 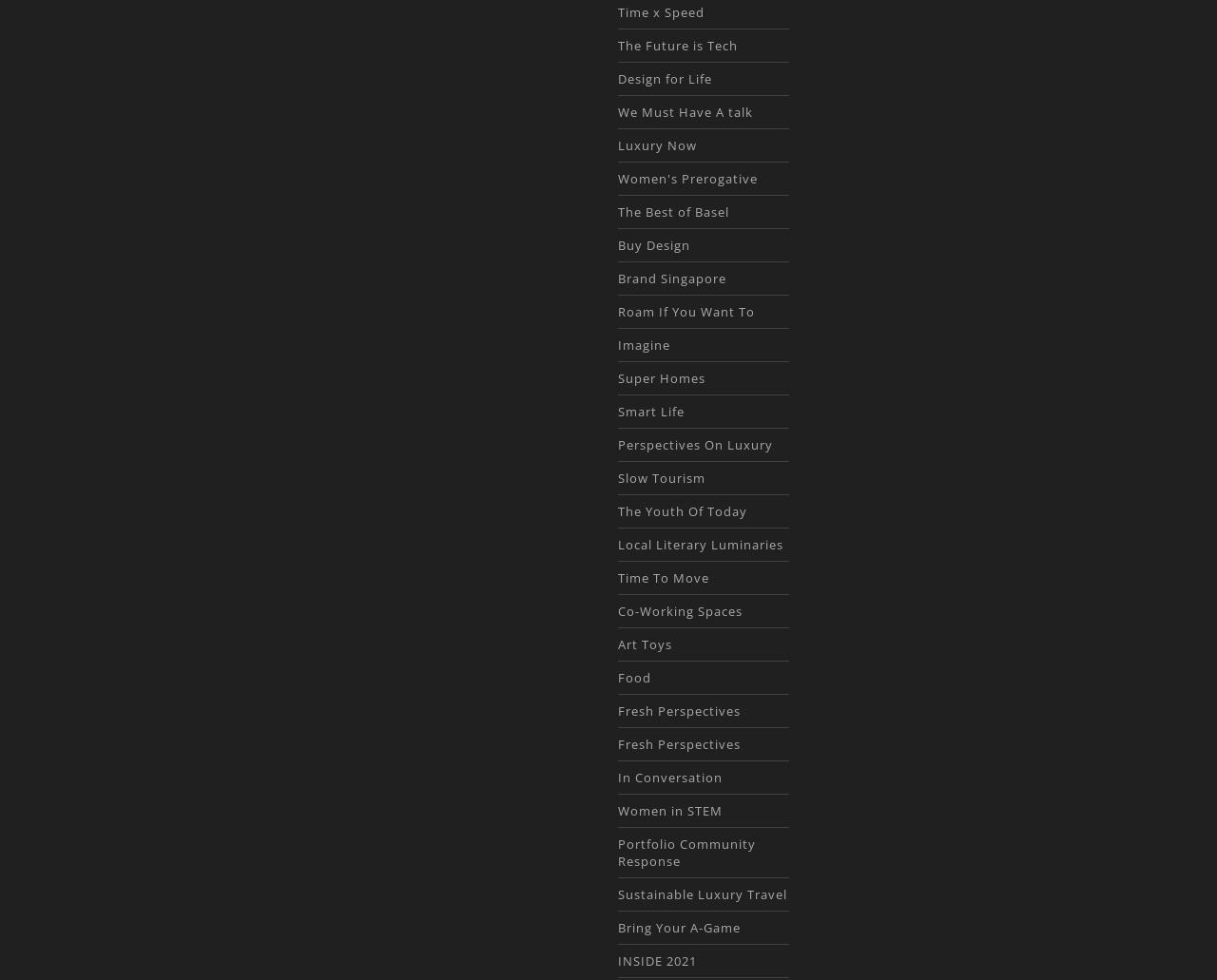 I want to click on 'Perspectives On Luxury', so click(x=693, y=444).